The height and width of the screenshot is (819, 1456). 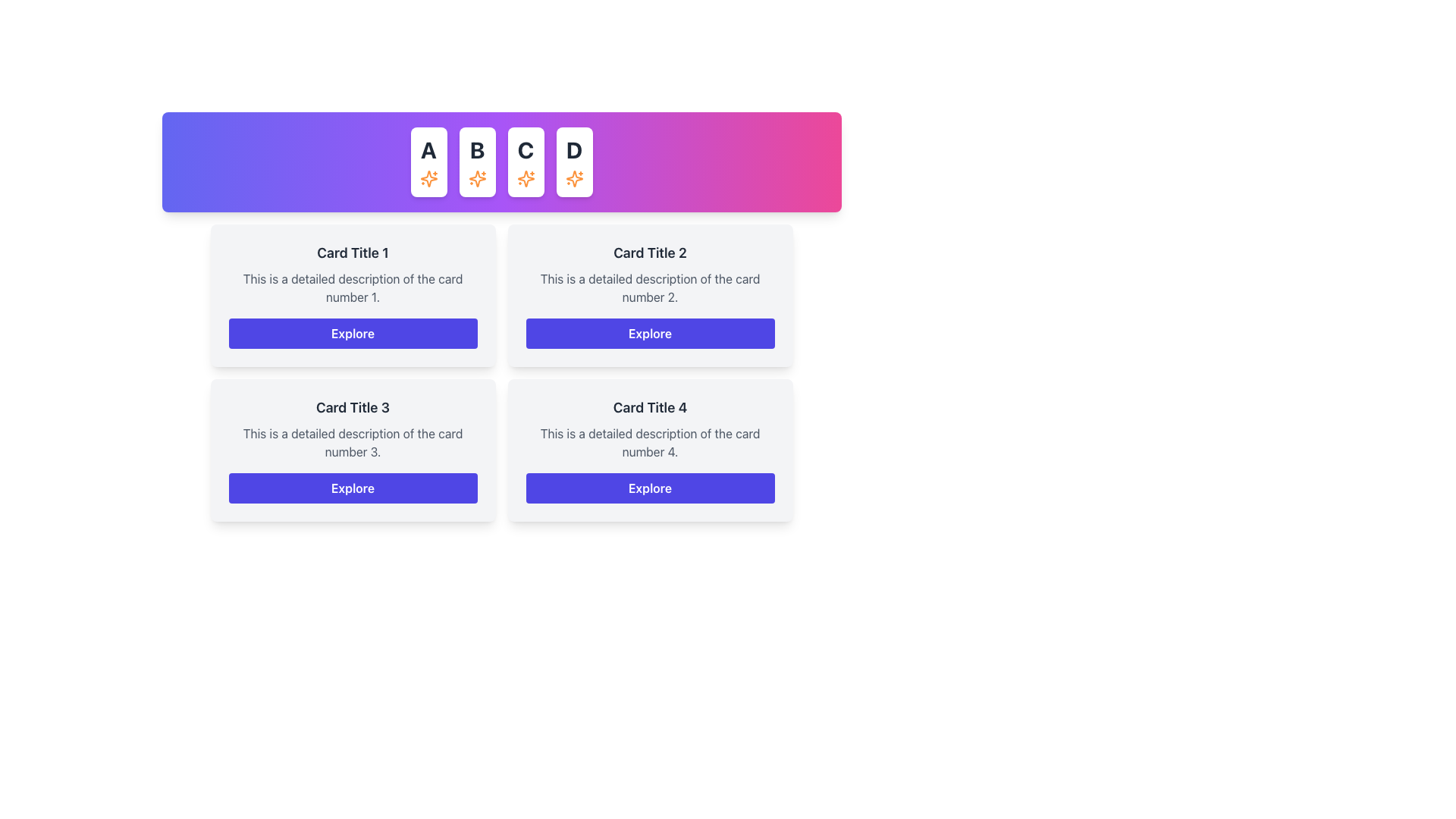 I want to click on the third card component located in the bottom-left quadrant of the grid layout, so click(x=352, y=450).